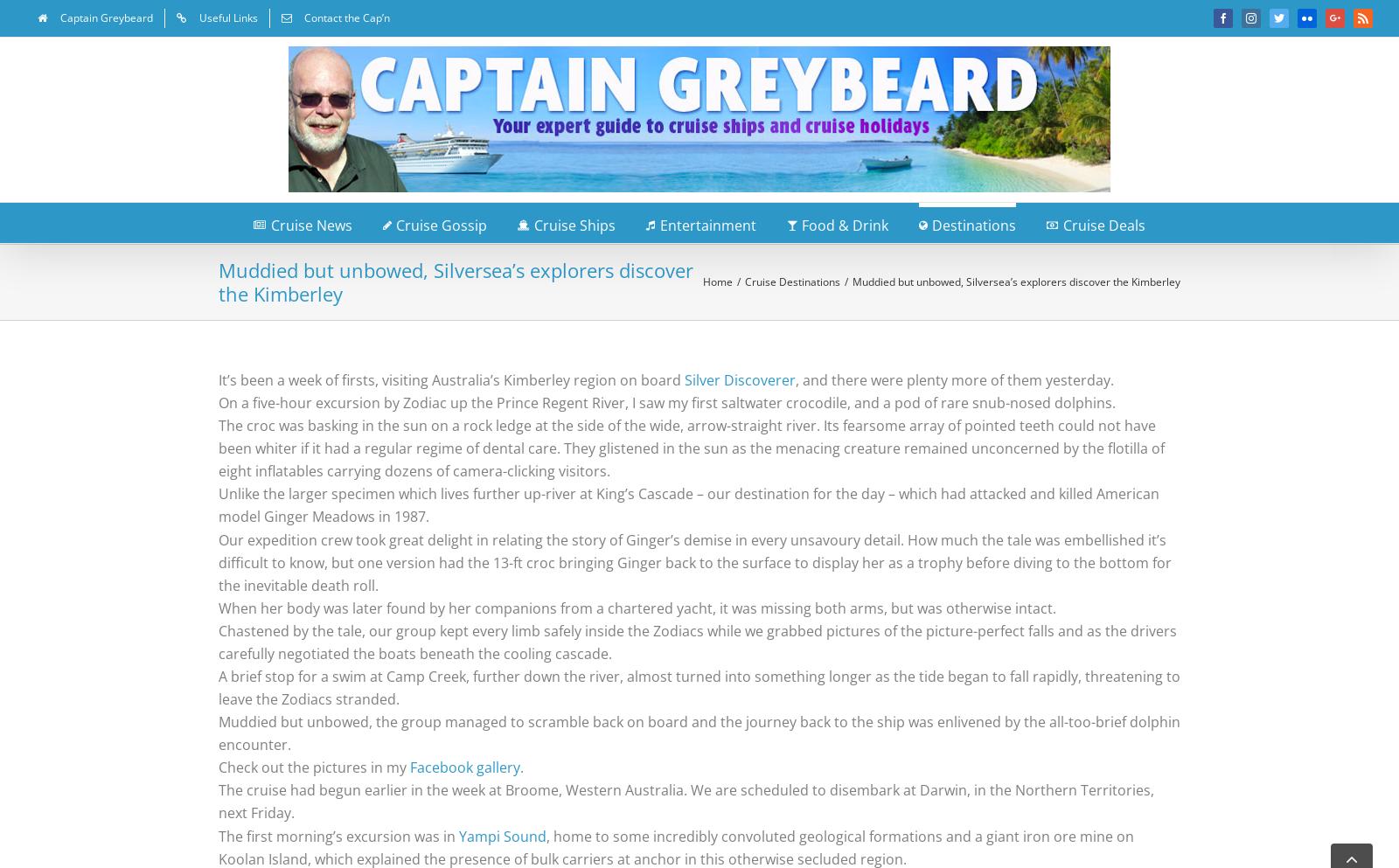 The width and height of the screenshot is (1399, 868). What do you see at coordinates (667, 401) in the screenshot?
I see `'On a five-hour excursion by Zodiac up the Prince Regent River, I saw my first saltwater crocodile, and a pod of rare snub-nosed dolphins.'` at bounding box center [667, 401].